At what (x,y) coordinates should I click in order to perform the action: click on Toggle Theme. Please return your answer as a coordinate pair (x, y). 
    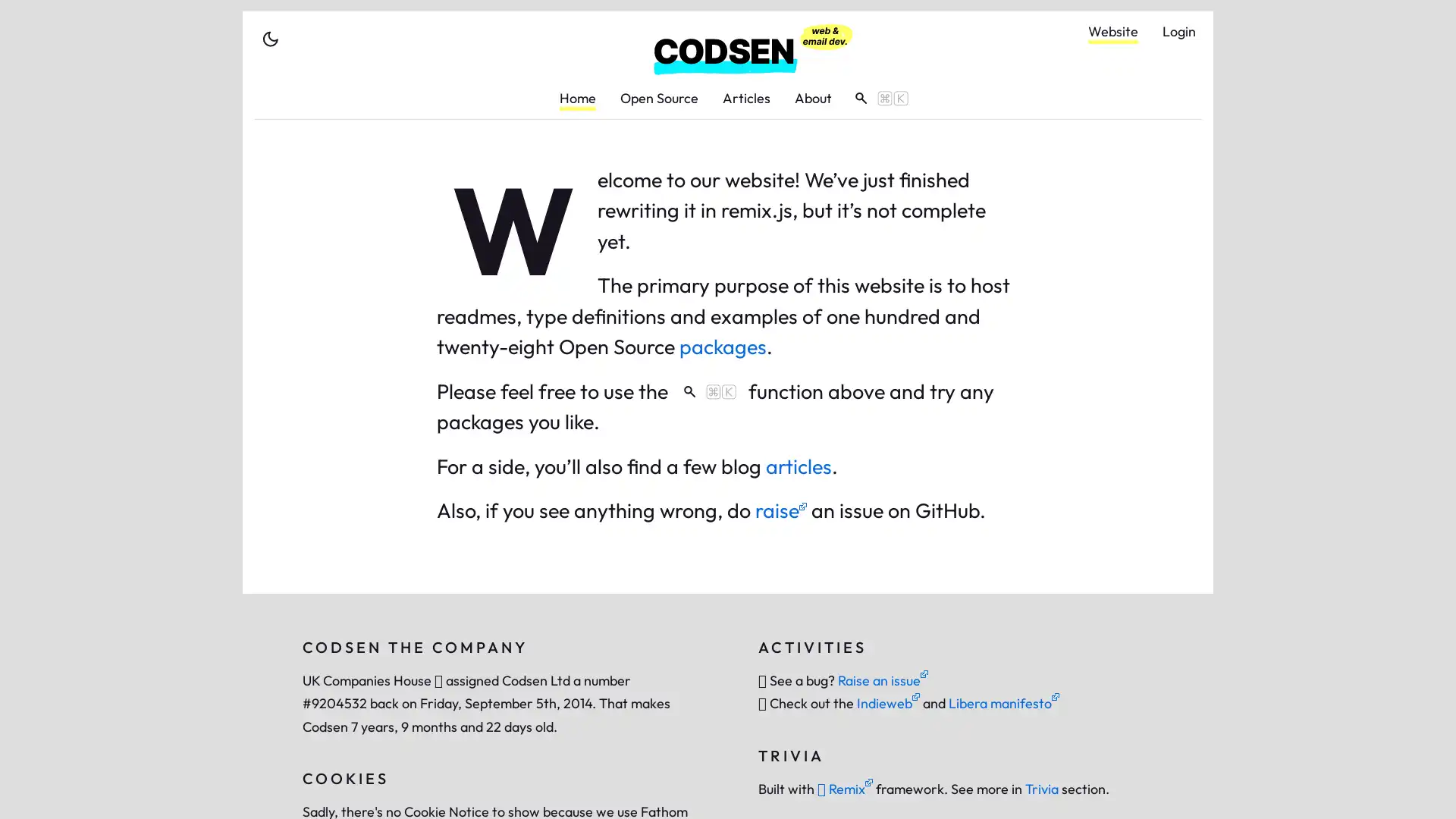
    Looking at the image, I should click on (270, 38).